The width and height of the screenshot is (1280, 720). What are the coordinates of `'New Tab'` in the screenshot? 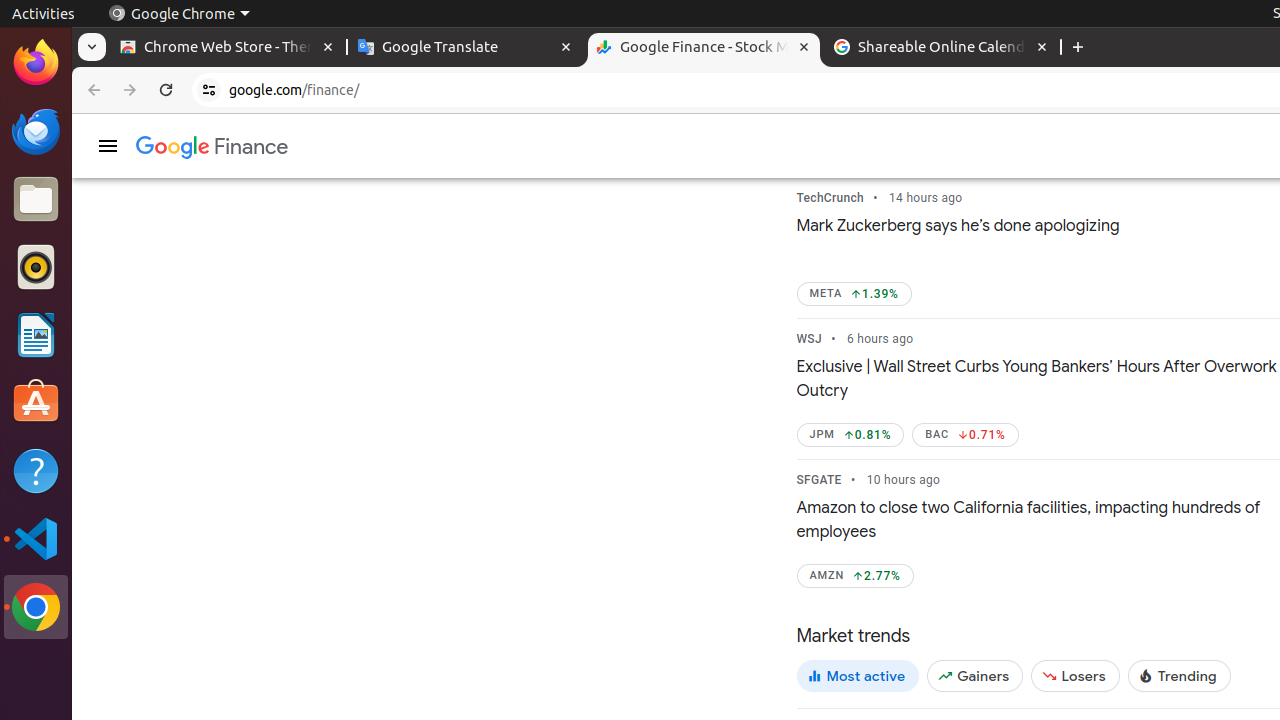 It's located at (1077, 46).